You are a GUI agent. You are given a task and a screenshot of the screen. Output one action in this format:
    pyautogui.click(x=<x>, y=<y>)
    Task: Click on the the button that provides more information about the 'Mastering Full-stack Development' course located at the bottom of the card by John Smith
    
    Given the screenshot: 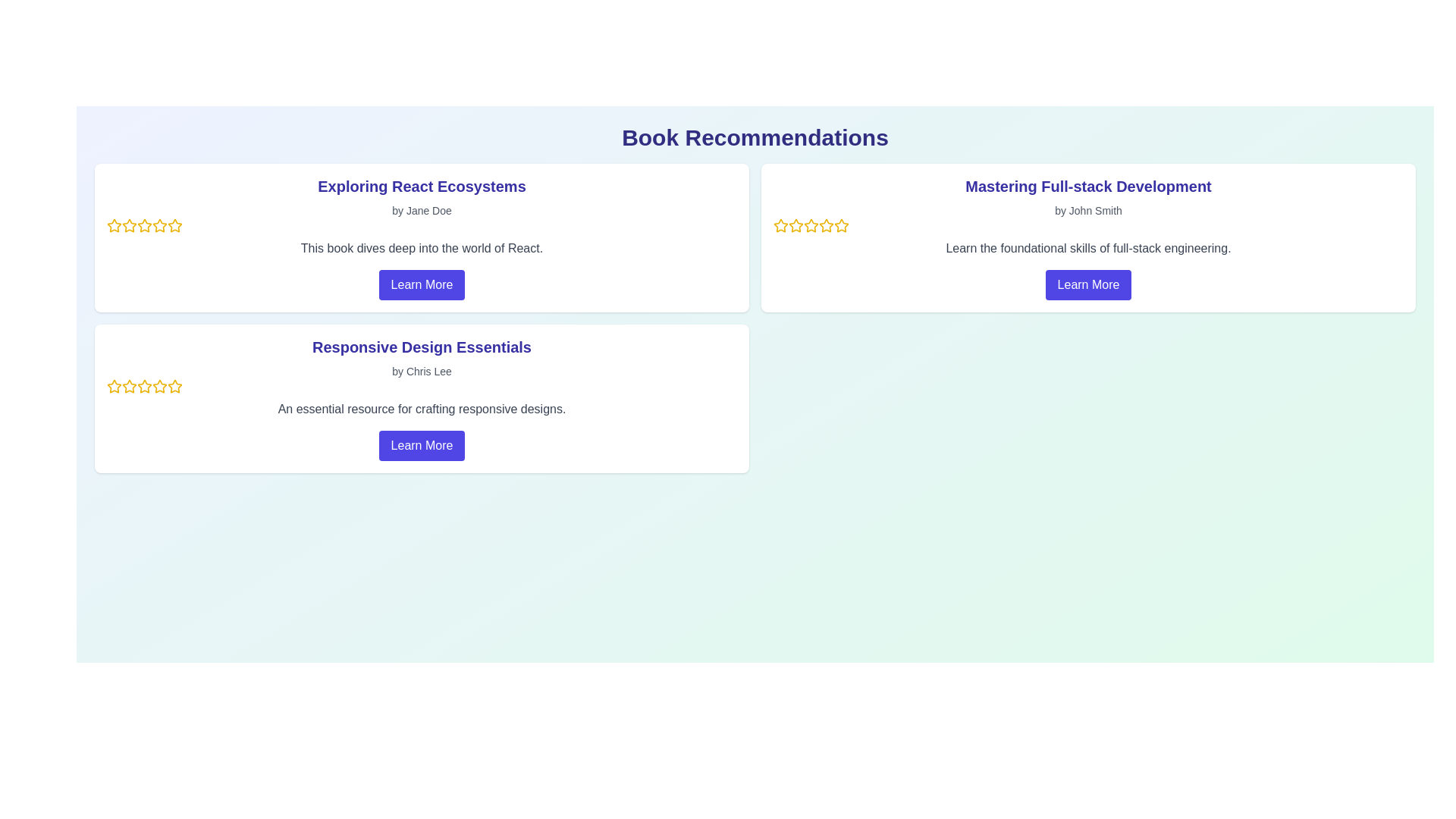 What is the action you would take?
    pyautogui.click(x=1087, y=284)
    